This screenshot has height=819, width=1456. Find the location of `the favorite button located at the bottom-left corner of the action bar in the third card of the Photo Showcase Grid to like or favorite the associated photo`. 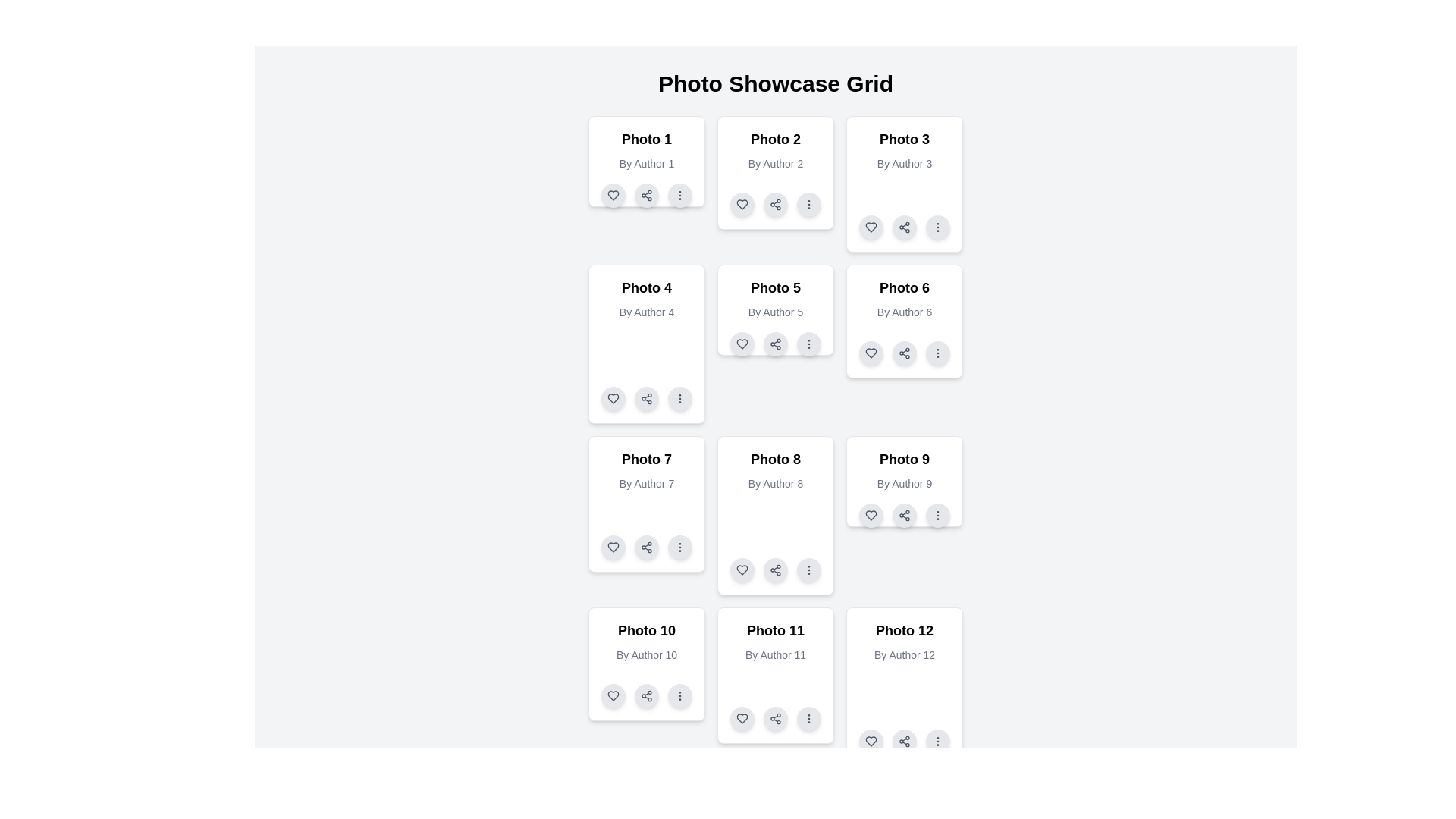

the favorite button located at the bottom-left corner of the action bar in the third card of the Photo Showcase Grid to like or favorite the associated photo is located at coordinates (871, 227).